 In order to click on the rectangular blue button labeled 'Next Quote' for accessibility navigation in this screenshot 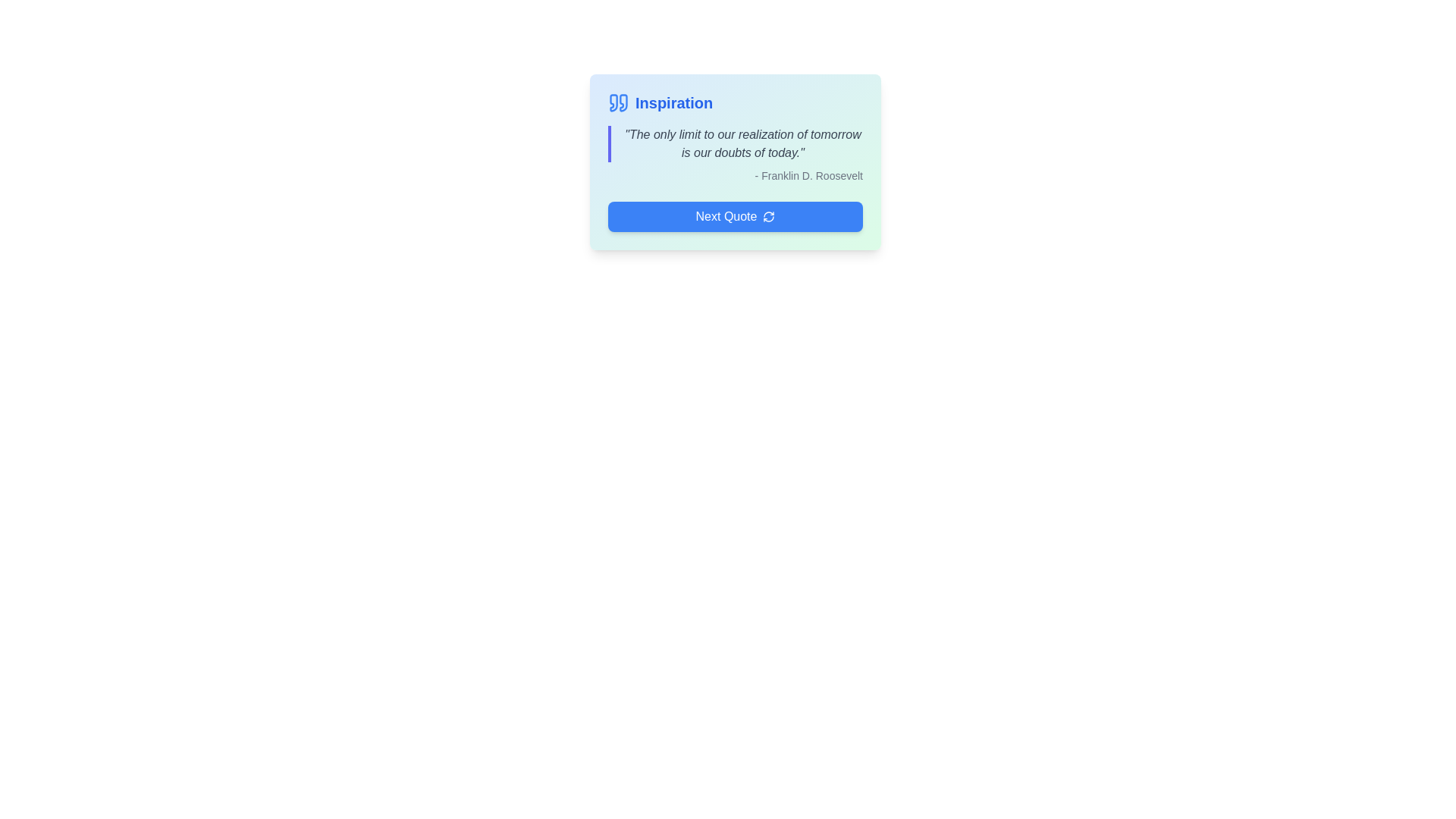, I will do `click(735, 216)`.